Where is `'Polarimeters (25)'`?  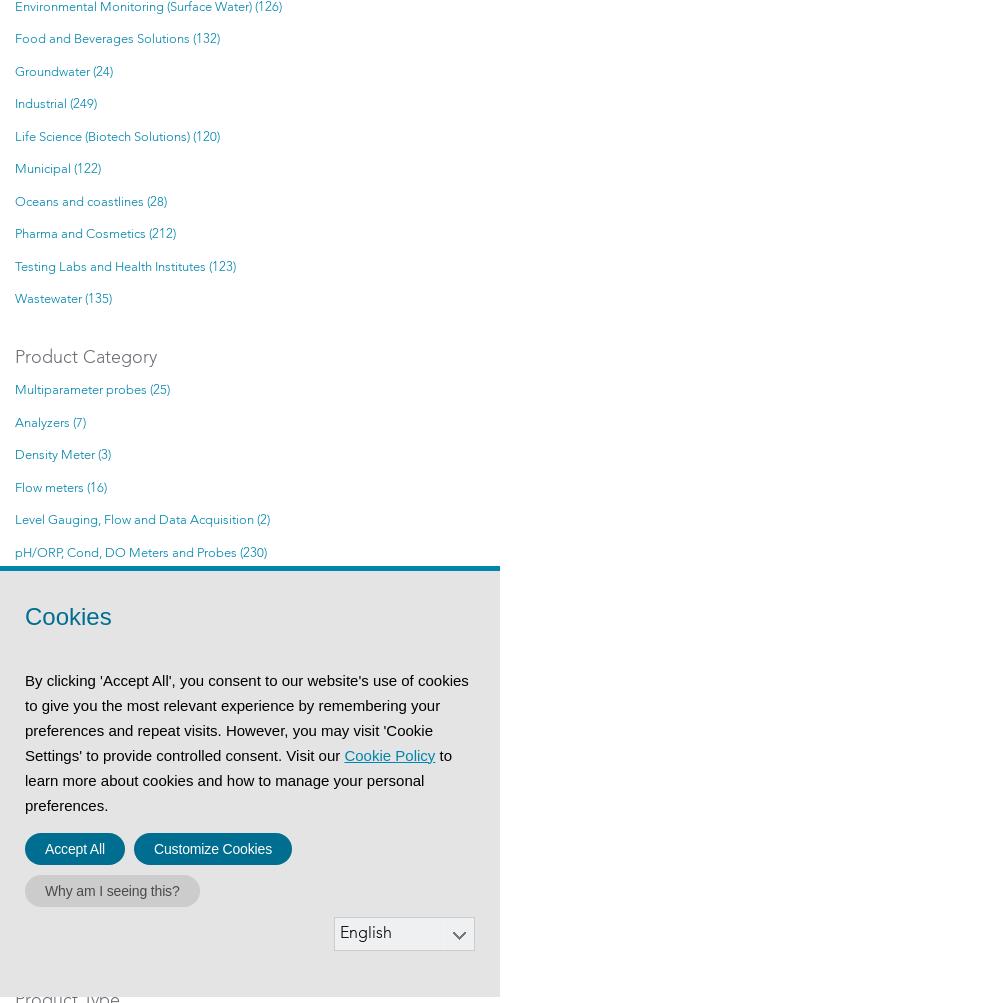
'Polarimeters (25)' is located at coordinates (61, 617).